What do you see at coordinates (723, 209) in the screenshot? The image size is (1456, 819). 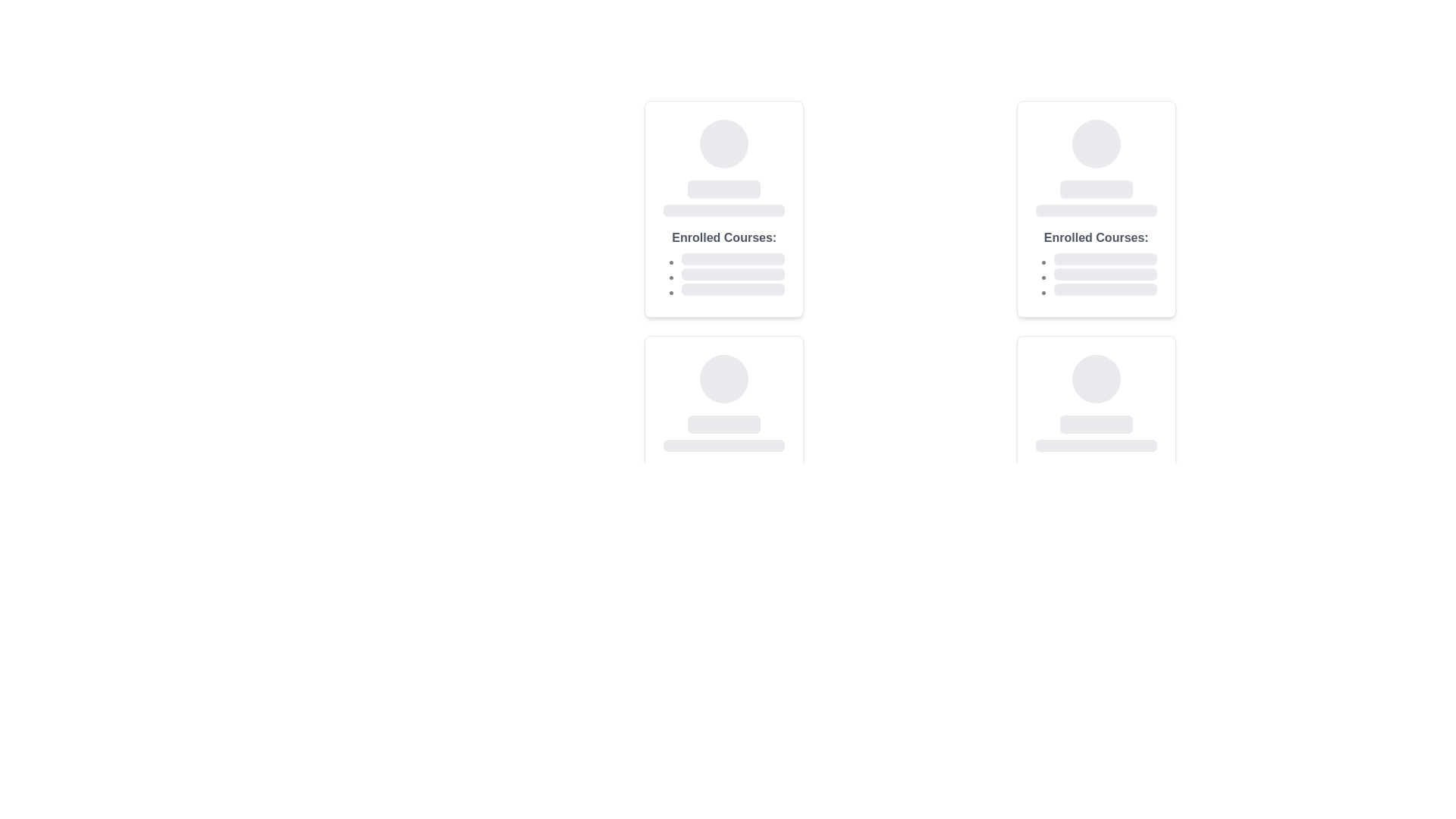 I see `the content of the descriptive card displaying information about enrolled courses located at the top-left position of the grid layout` at bounding box center [723, 209].